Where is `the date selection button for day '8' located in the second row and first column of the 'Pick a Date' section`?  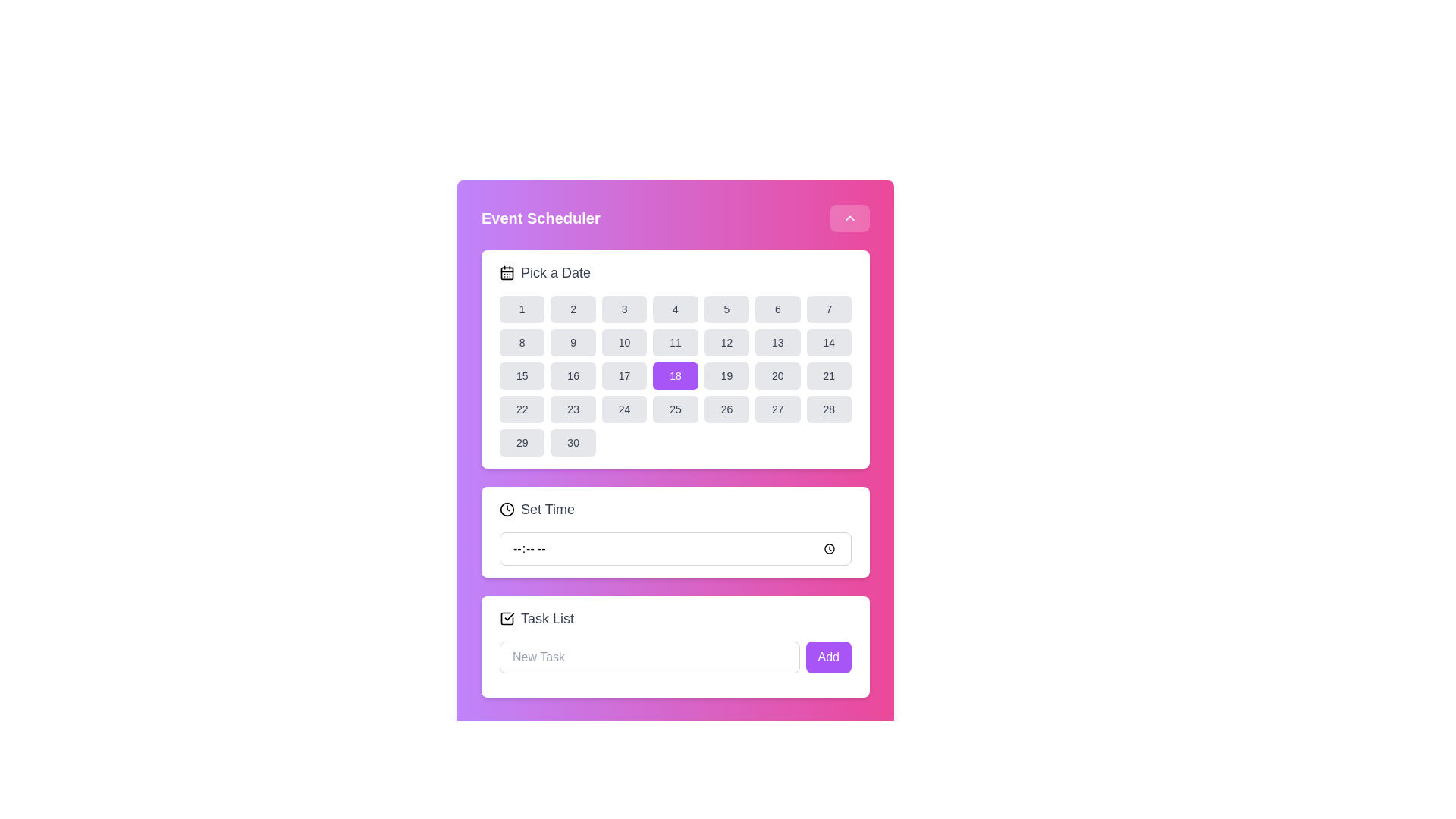 the date selection button for day '8' located in the second row and first column of the 'Pick a Date' section is located at coordinates (522, 342).